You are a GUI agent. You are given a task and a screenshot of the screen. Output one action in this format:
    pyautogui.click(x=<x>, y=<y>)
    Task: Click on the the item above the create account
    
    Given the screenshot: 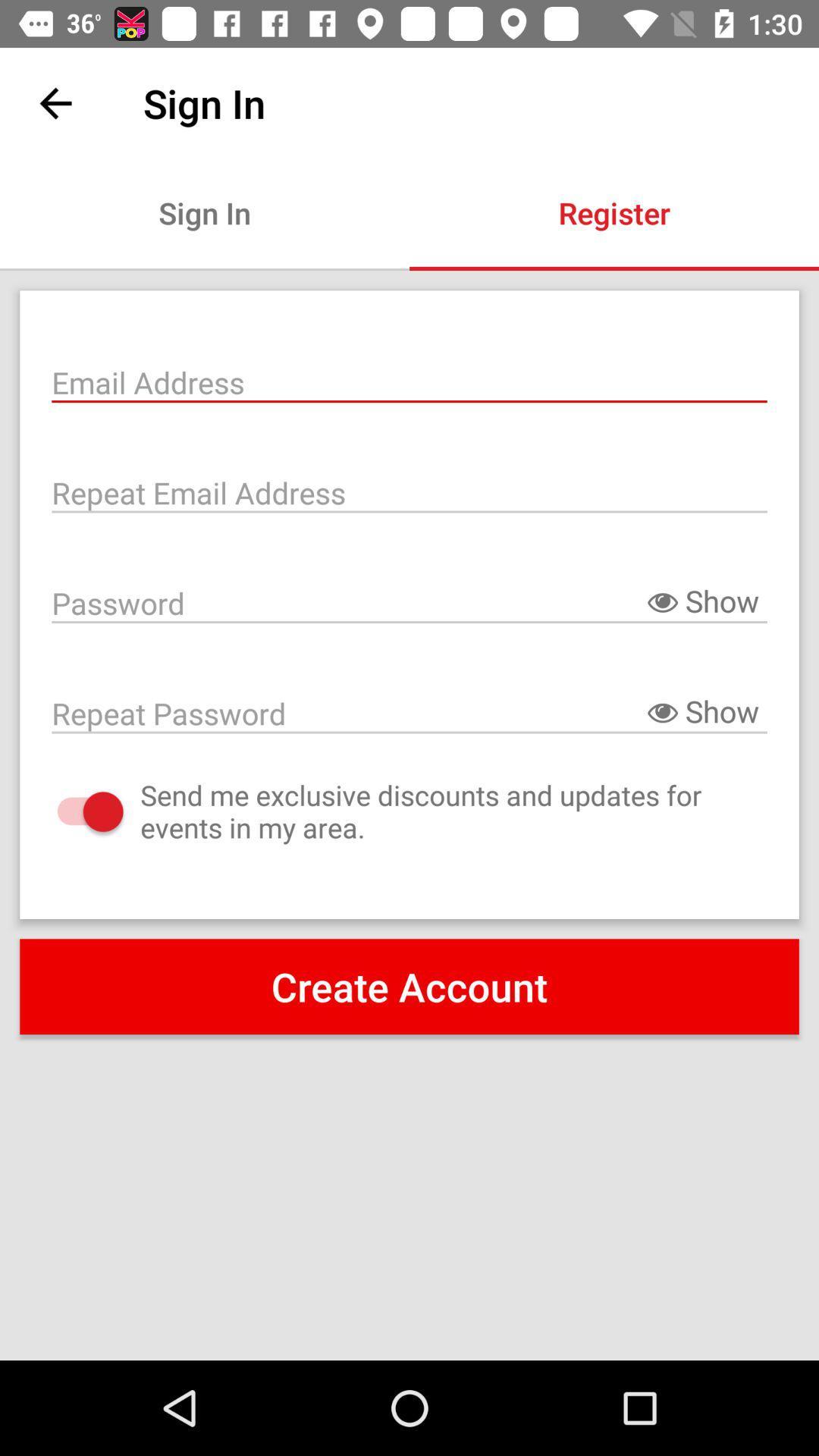 What is the action you would take?
    pyautogui.click(x=75, y=811)
    